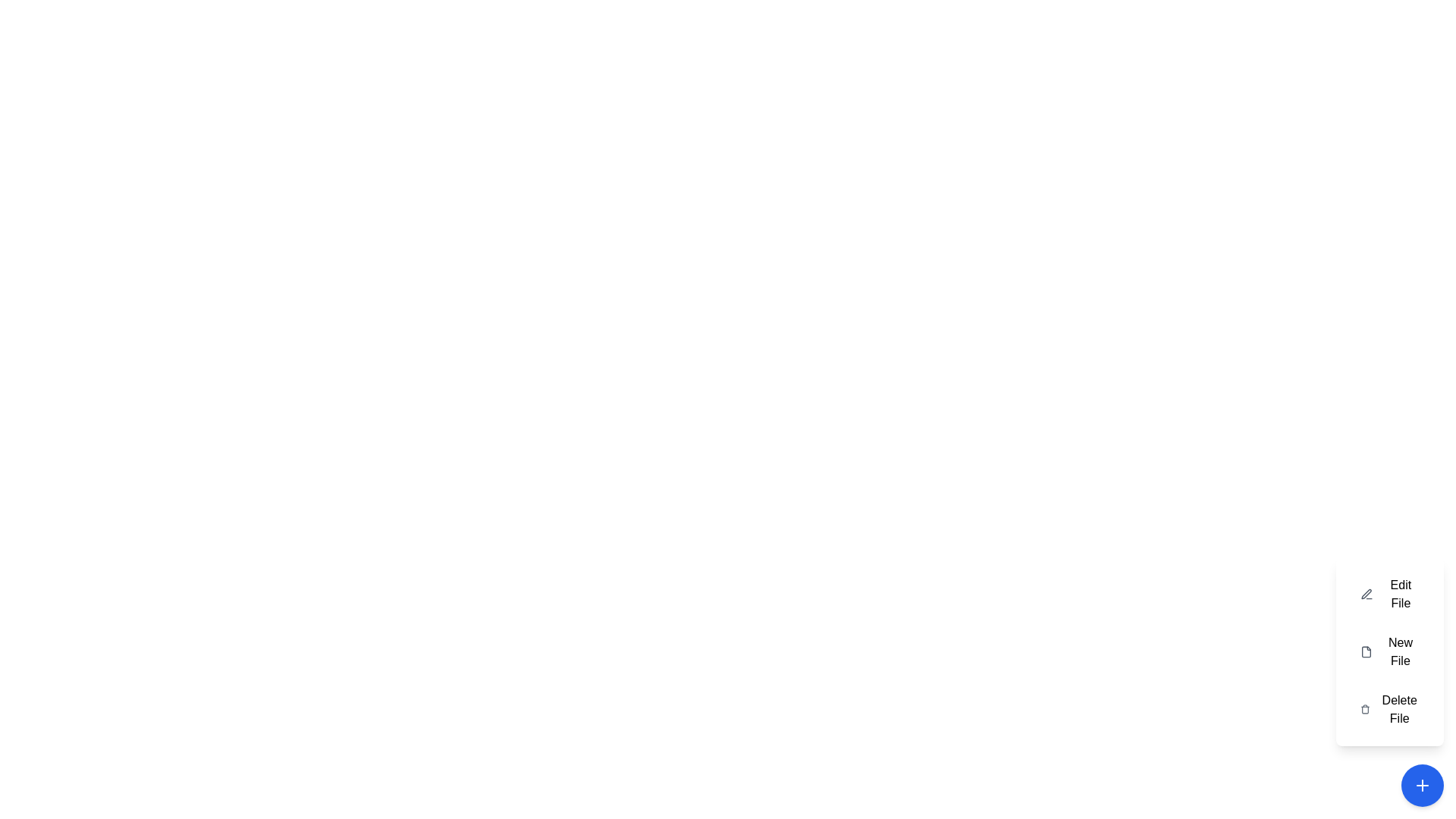 This screenshot has height=819, width=1456. Describe the element at coordinates (1365, 710) in the screenshot. I see `on the delete icon located at the bottom of the 'Delete File' section in the vertical menu, preceding the 'Delete File' label` at that location.